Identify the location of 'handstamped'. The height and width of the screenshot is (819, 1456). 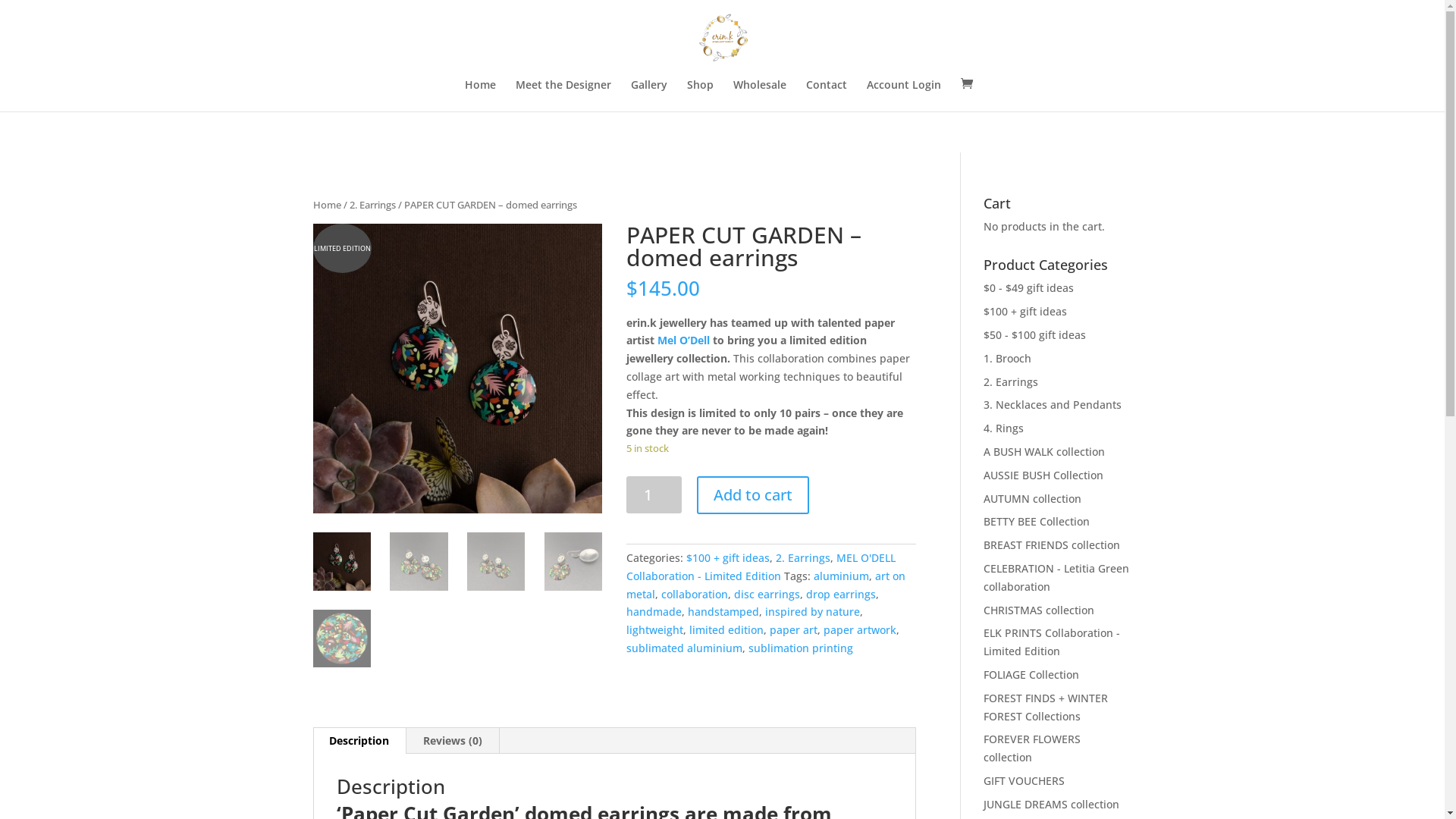
(723, 610).